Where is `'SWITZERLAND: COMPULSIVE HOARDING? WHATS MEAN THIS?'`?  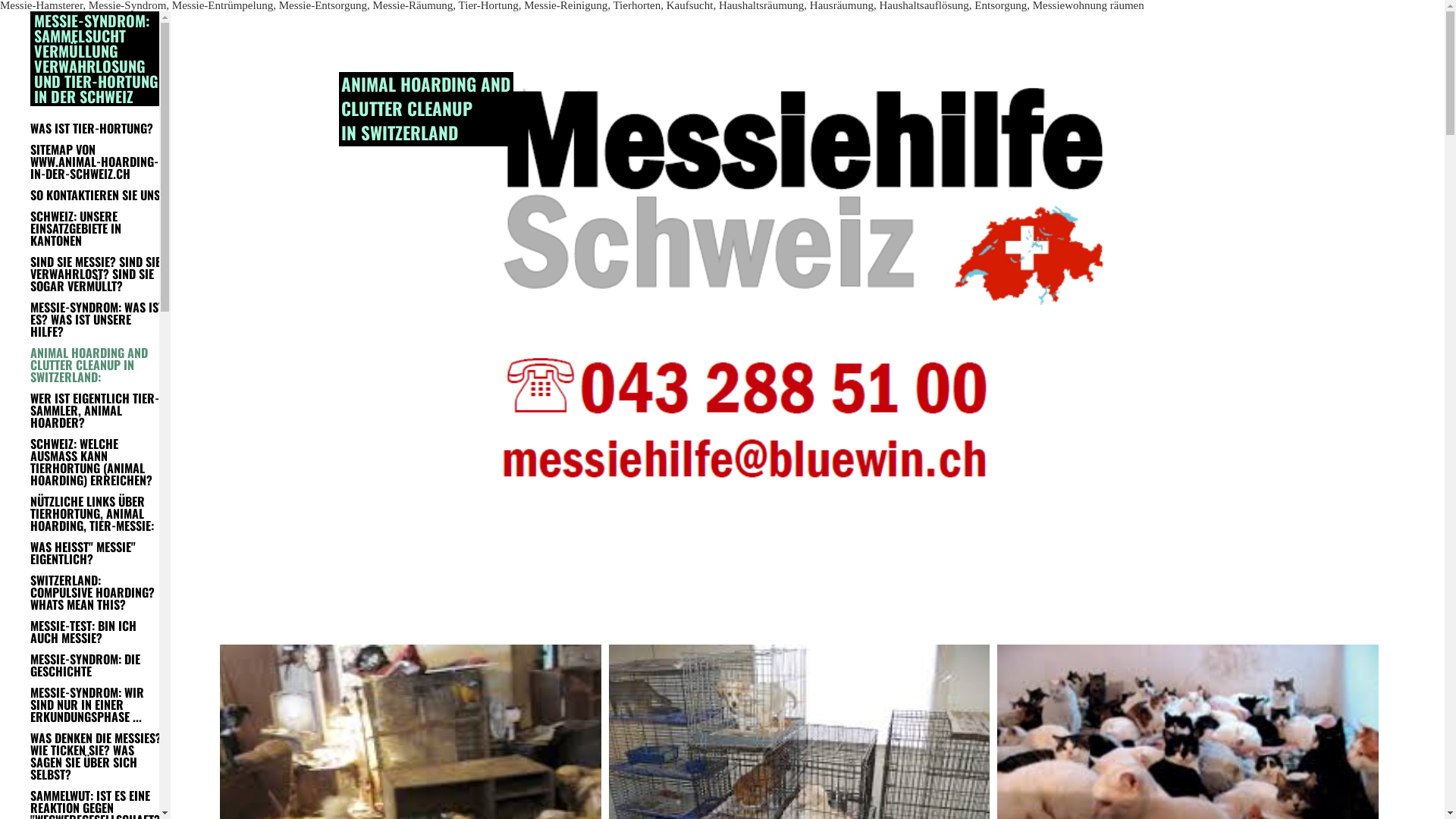 'SWITZERLAND: COMPULSIVE HOARDING? WHATS MEAN THIS?' is located at coordinates (96, 591).